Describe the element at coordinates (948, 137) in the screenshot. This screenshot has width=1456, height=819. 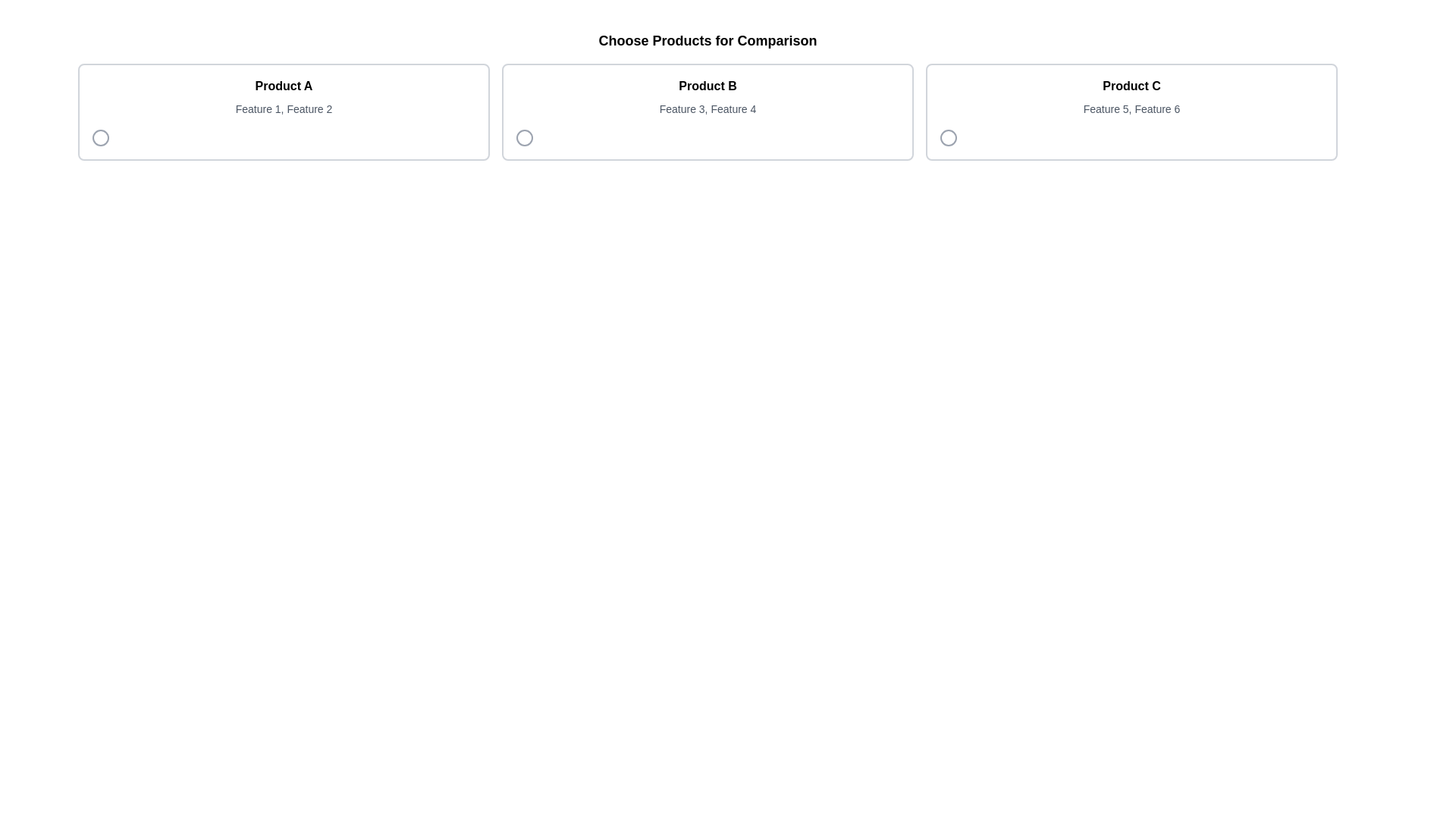
I see `the radio button located within the 'Product C' card` at that location.